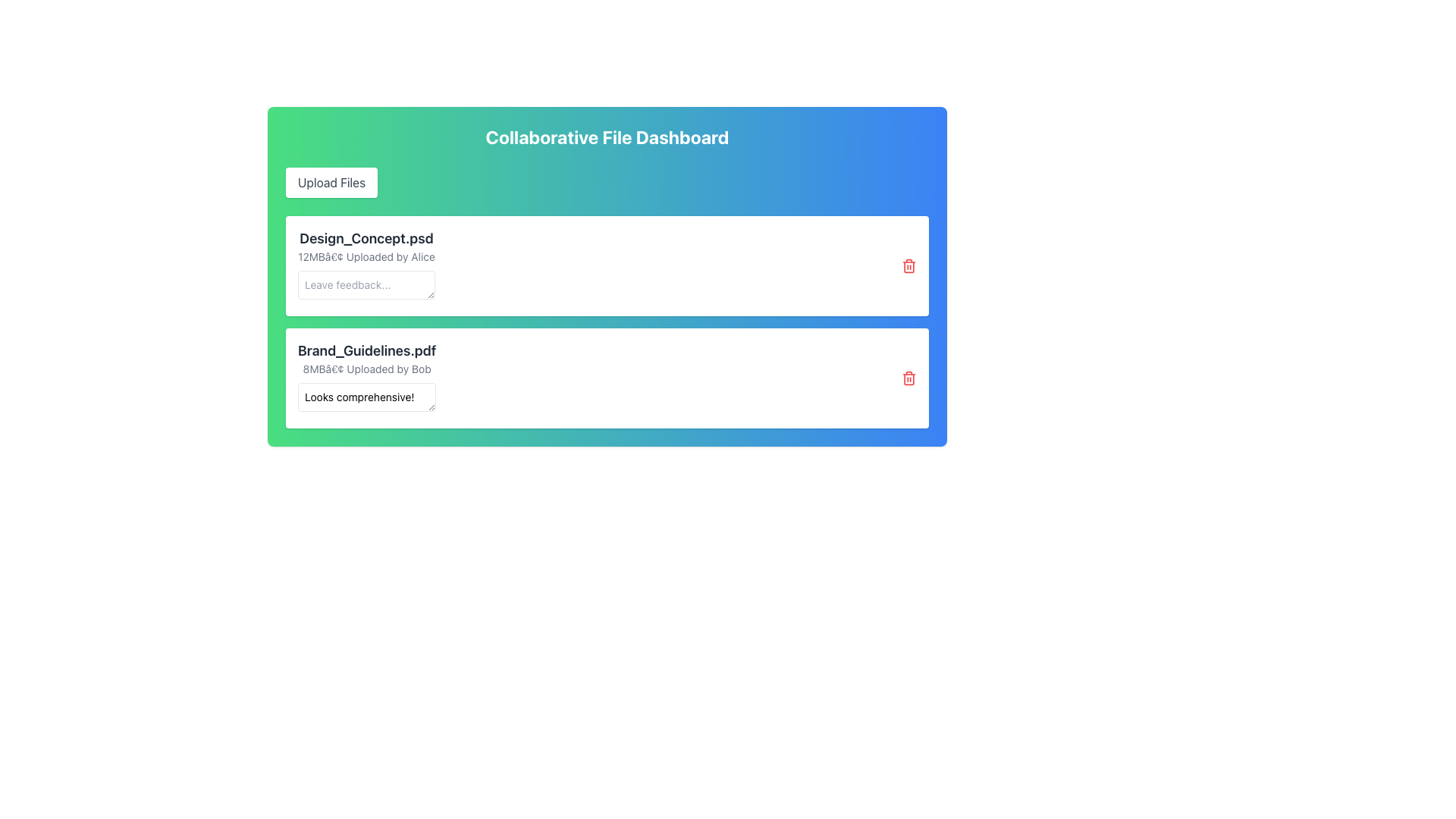 This screenshot has width=1456, height=819. I want to click on text label 'Design_Concept.psd' which is the topmost file entry in the vertical list of file entries within a card on the dashboard, so click(366, 239).